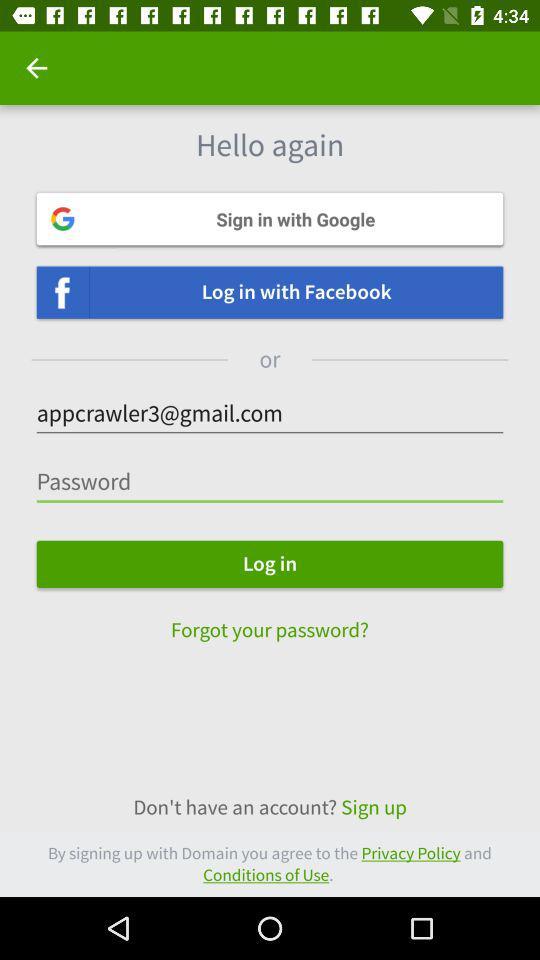 This screenshot has width=540, height=960. Describe the element at coordinates (270, 863) in the screenshot. I see `item below don t have item` at that location.